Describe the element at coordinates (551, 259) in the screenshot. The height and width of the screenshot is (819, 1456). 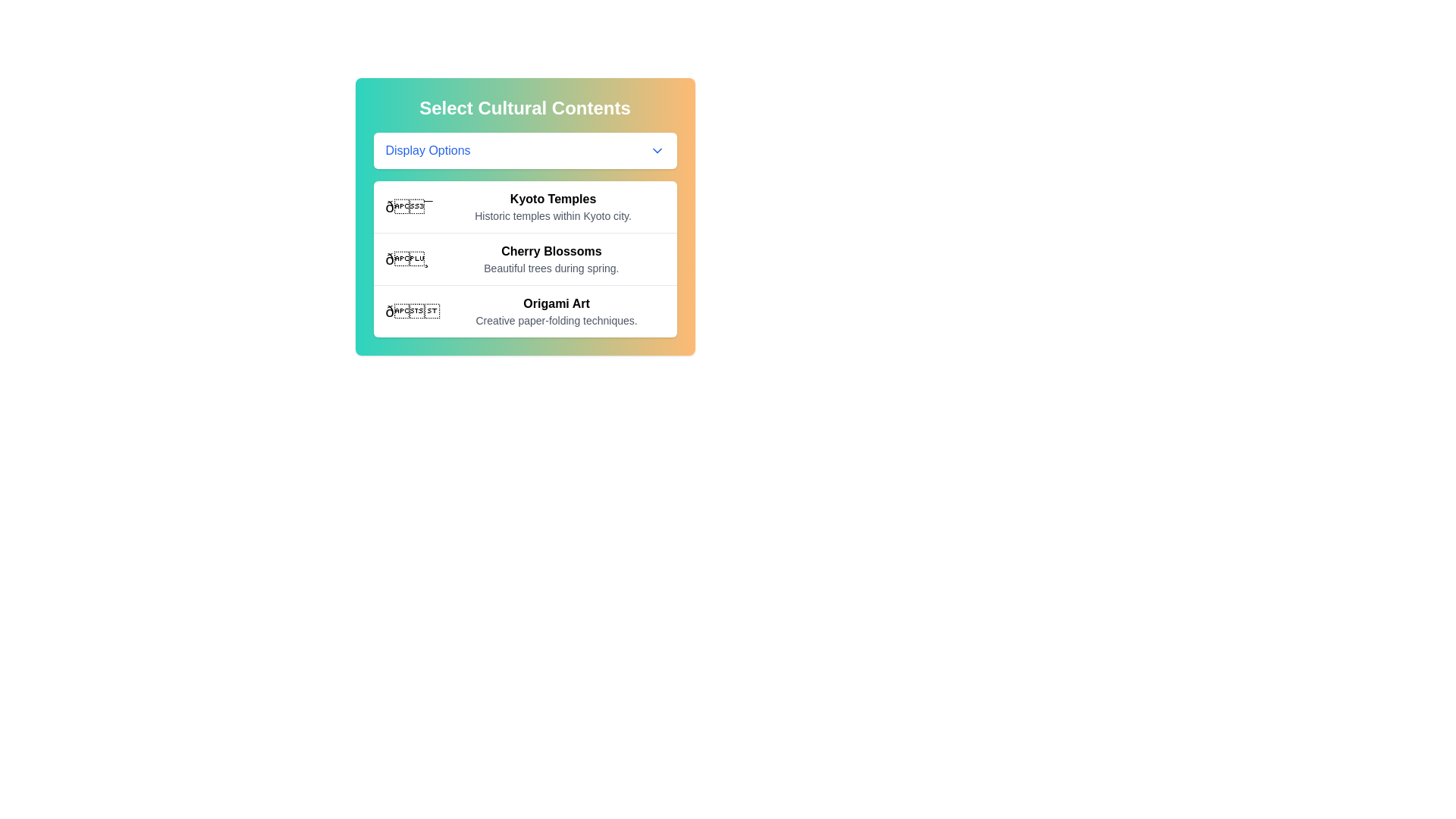
I see `descriptive text block displaying 'Cherry Blossoms' and 'Beautiful trees during spring.' which is the second option under 'Select Cultural Contents.'` at that location.